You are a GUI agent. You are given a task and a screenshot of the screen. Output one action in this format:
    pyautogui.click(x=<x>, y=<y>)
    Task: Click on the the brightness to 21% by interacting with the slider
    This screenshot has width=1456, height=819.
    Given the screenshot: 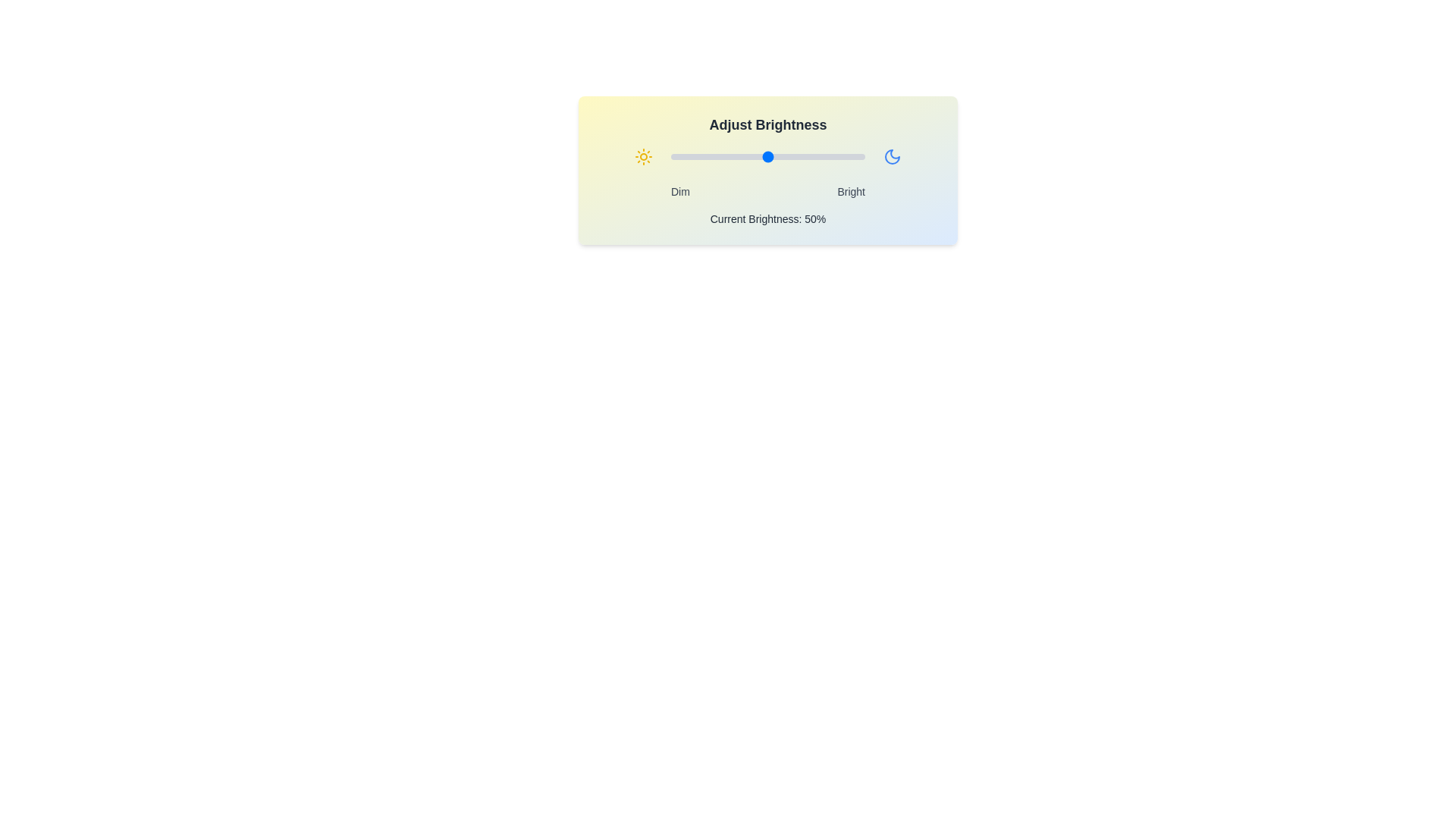 What is the action you would take?
    pyautogui.click(x=711, y=157)
    